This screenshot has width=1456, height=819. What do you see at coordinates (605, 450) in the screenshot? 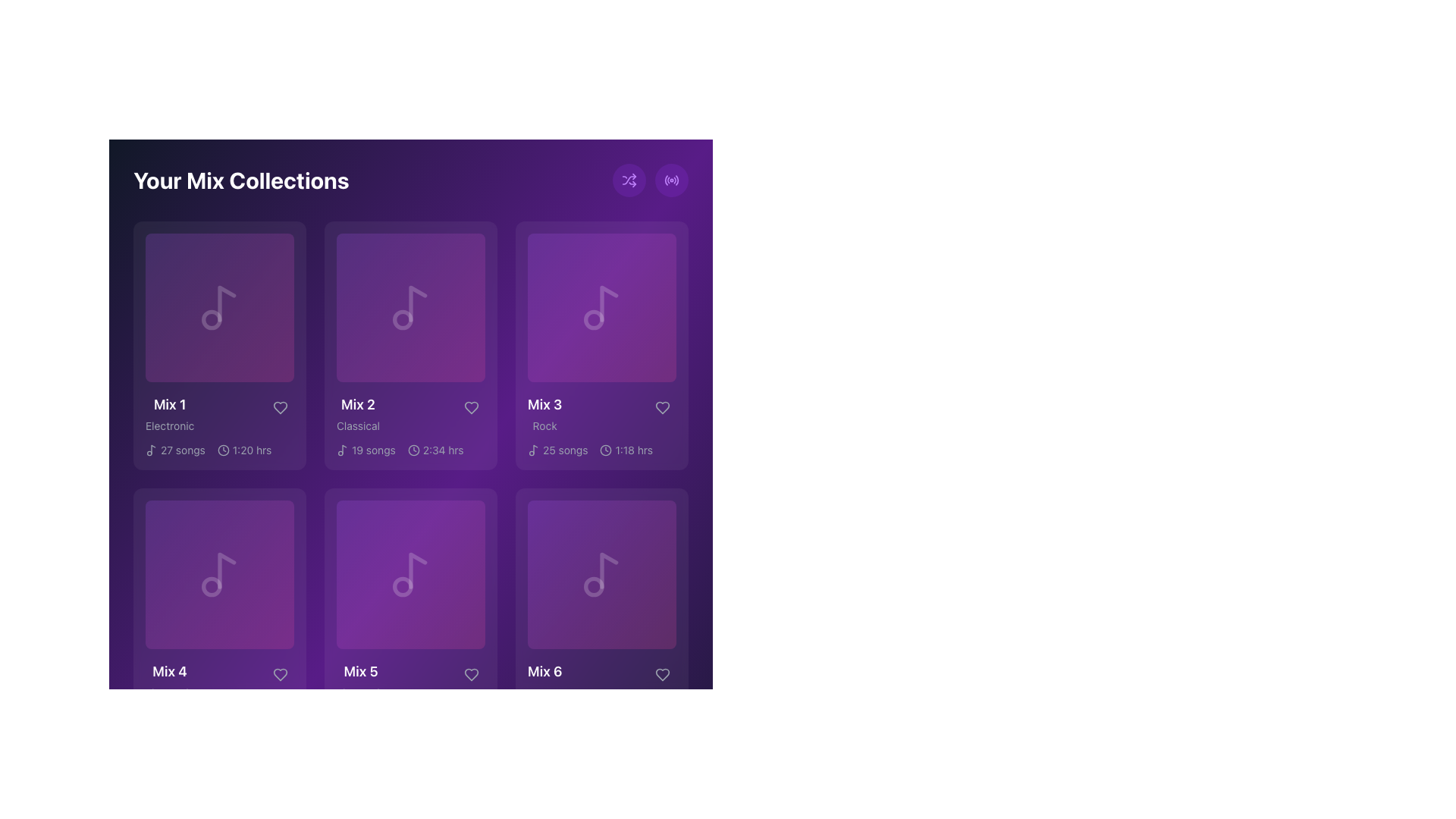
I see `the circular background of the clock icon, which is part of the 'Mix 3' card in the interface` at bounding box center [605, 450].